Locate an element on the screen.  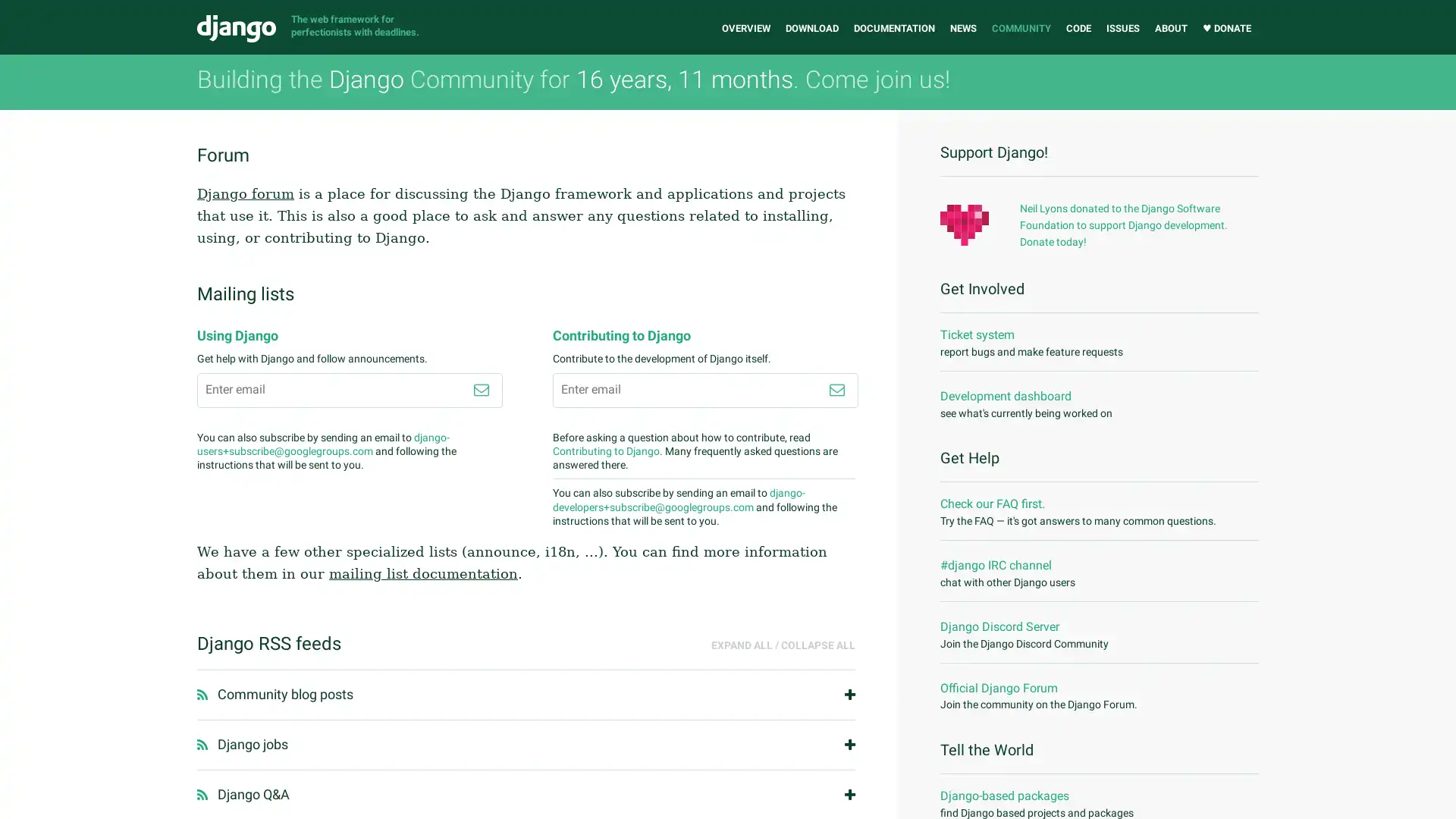
Subscribe is located at coordinates (836, 388).